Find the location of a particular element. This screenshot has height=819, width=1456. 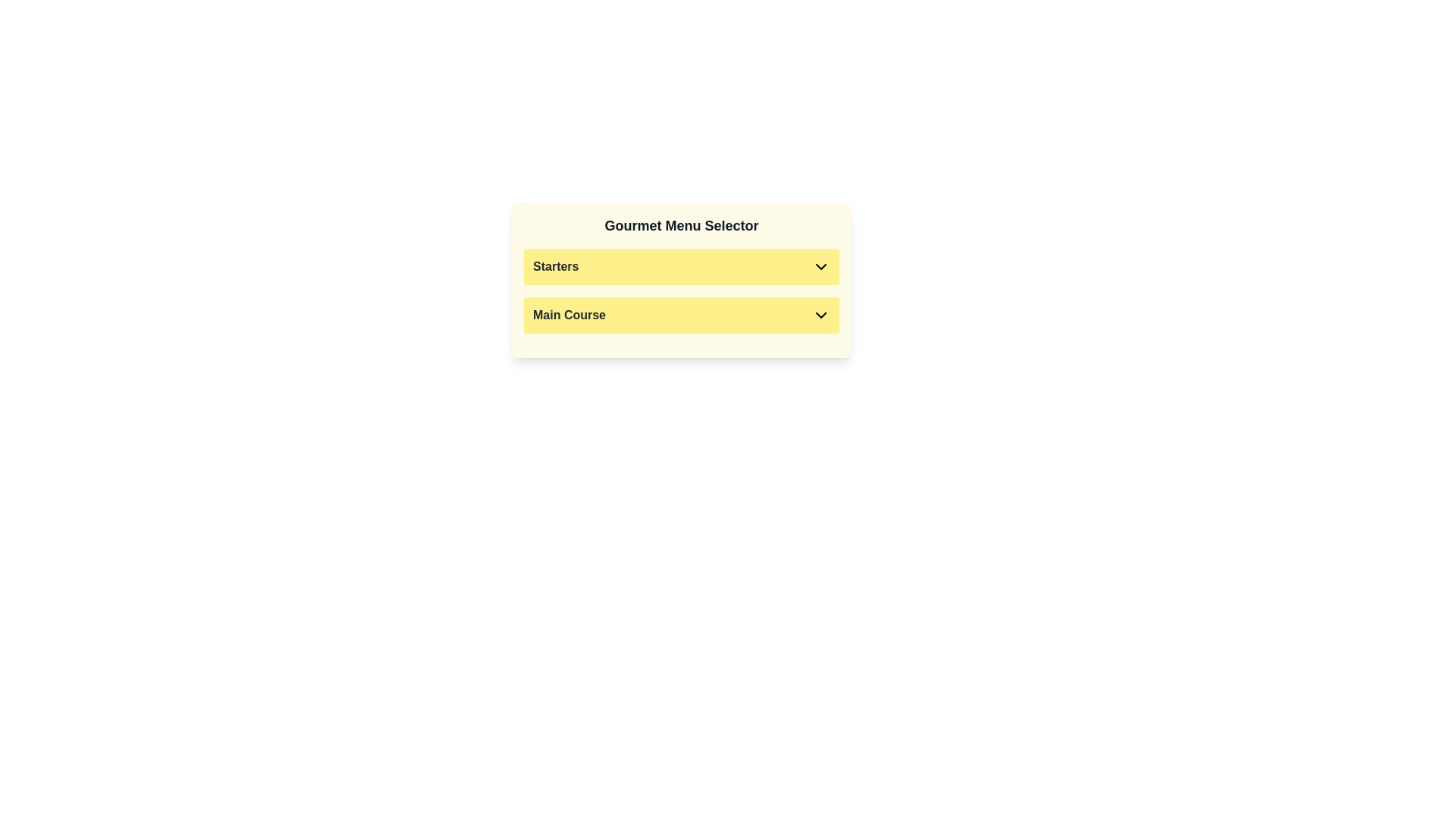

the text label displaying 'Gourmet Menu Selector' which is in bold and dark gray on a light yellow background is located at coordinates (680, 225).